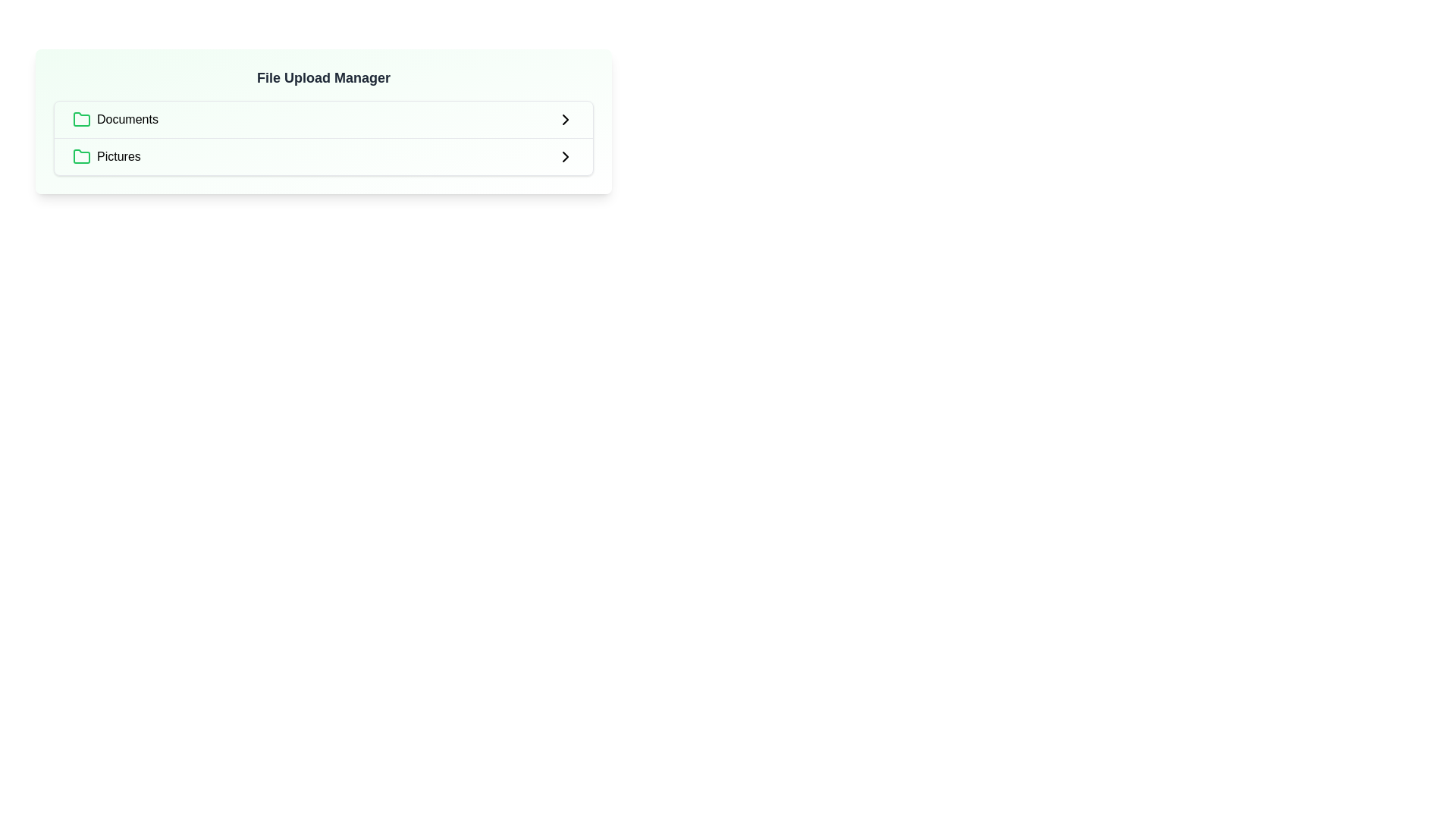 This screenshot has height=819, width=1456. Describe the element at coordinates (115, 119) in the screenshot. I see `the list item labeled 'Documents' with a green folder icon located in the first row of the 'File Upload Manager' section` at that location.